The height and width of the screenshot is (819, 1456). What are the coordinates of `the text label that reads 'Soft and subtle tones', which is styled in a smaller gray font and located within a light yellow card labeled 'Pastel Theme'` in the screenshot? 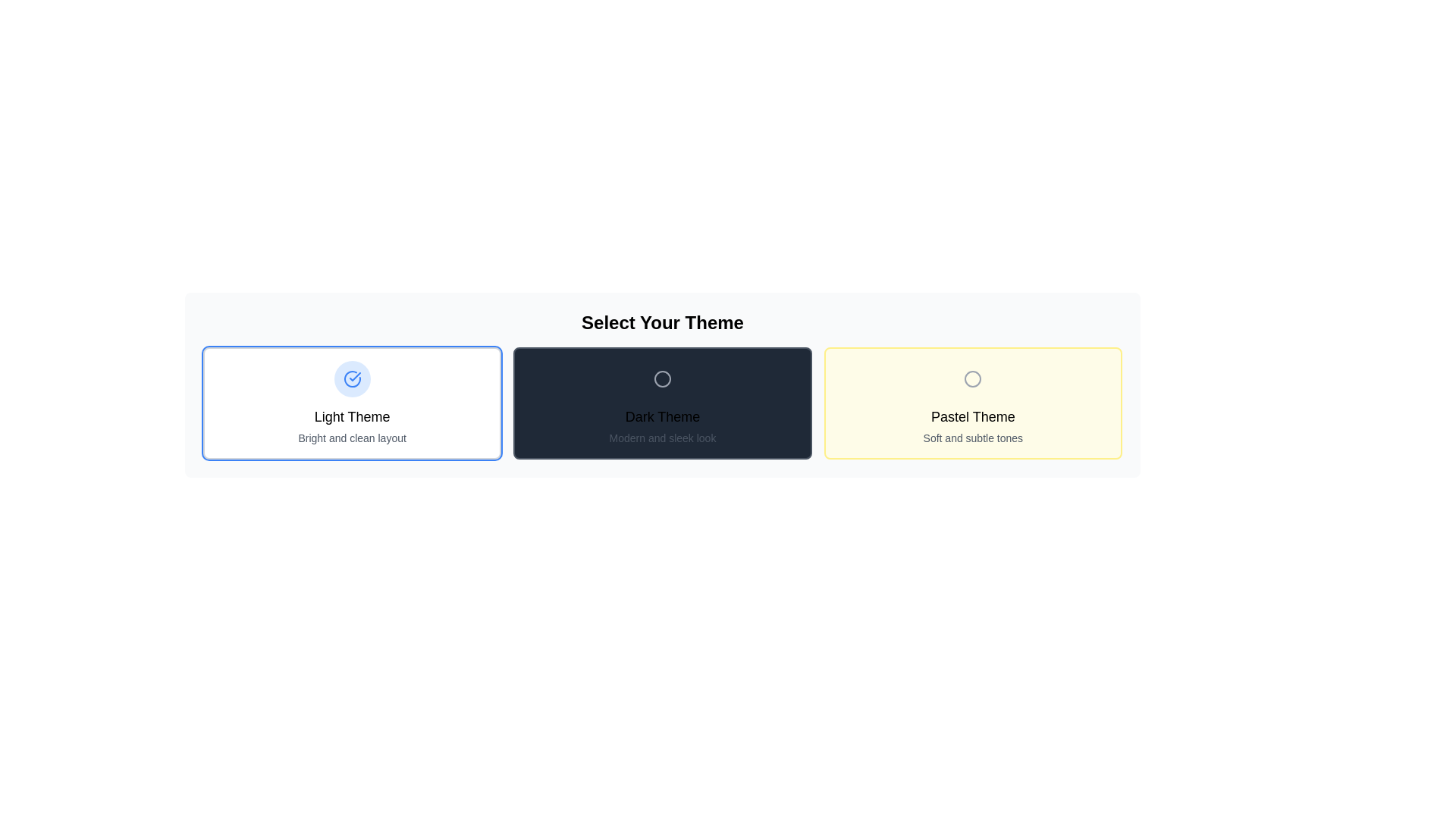 It's located at (973, 438).